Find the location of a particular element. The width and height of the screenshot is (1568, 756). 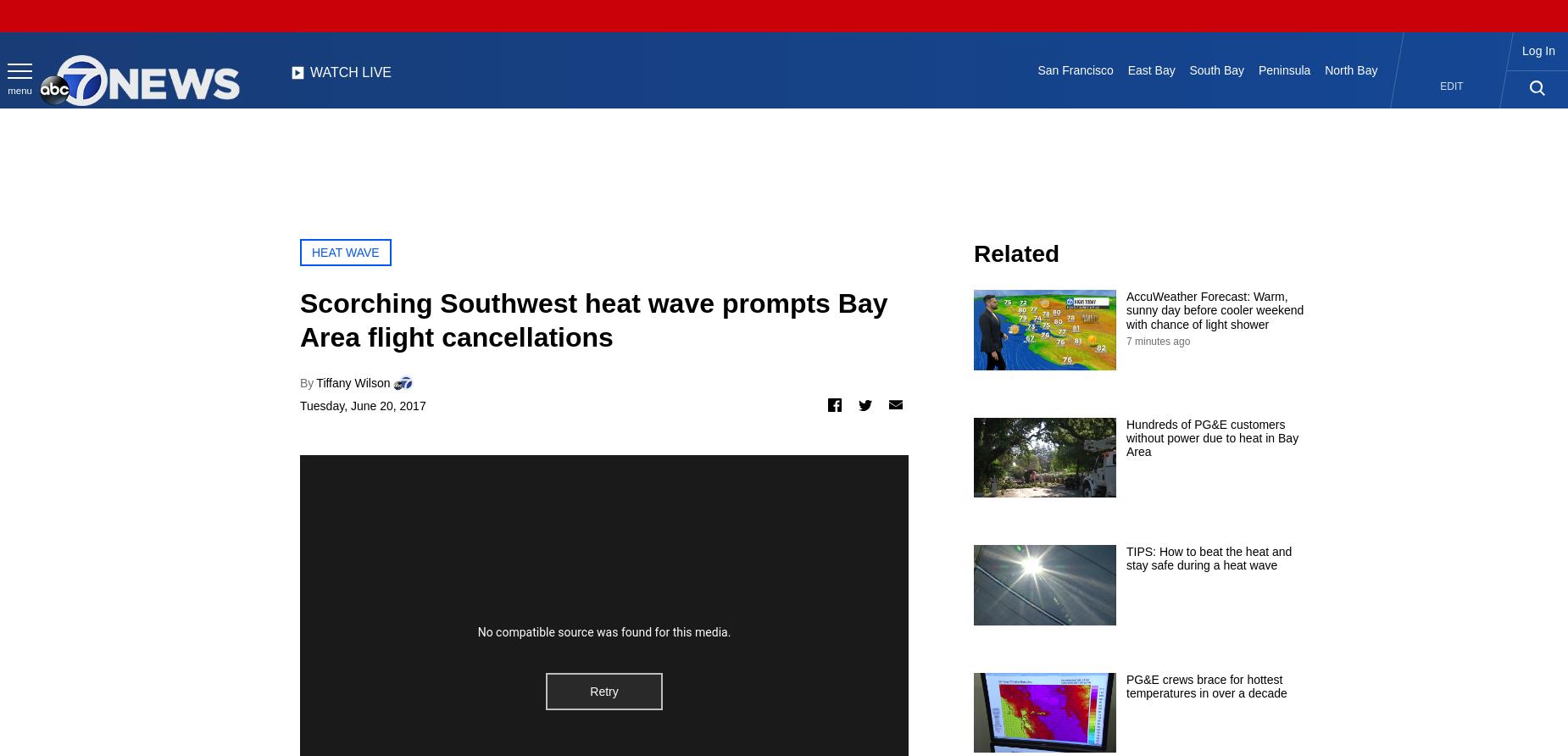

'WATCH' is located at coordinates (333, 71).